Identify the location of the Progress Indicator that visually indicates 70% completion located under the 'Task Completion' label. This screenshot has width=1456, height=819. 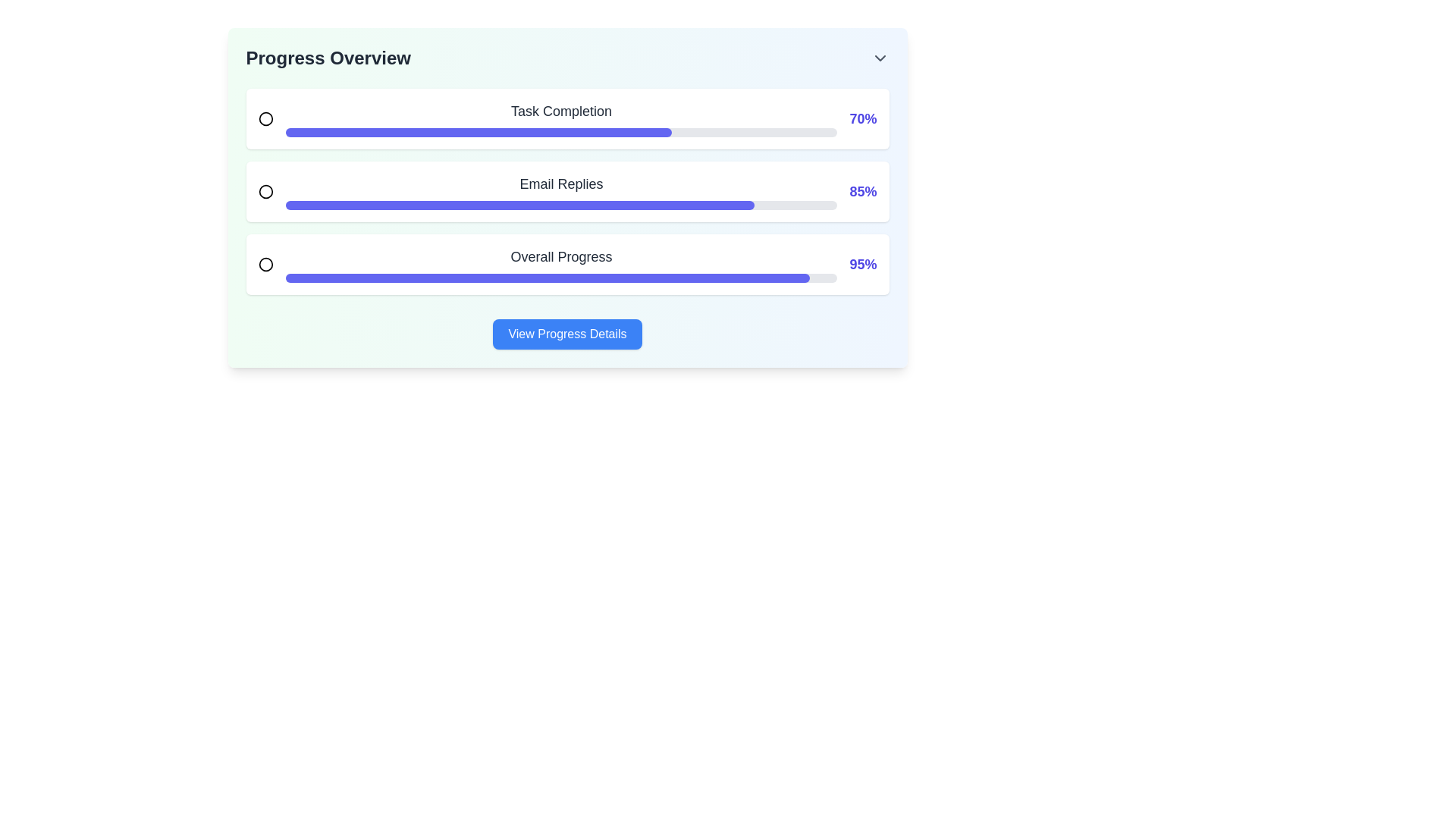
(478, 131).